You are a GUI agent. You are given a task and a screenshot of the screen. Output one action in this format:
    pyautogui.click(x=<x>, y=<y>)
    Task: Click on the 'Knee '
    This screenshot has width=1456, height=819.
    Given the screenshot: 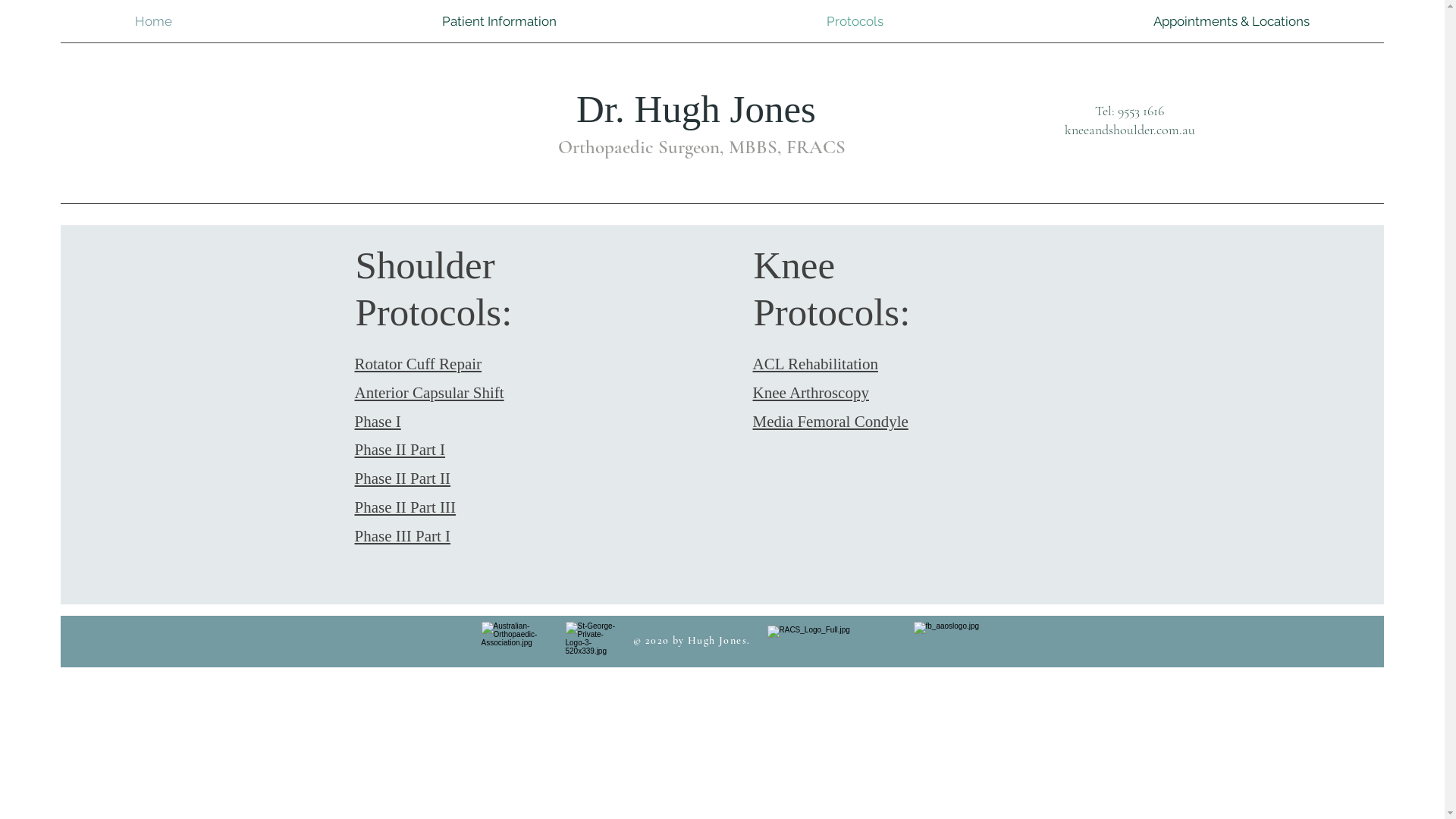 What is the action you would take?
    pyautogui.click(x=799, y=265)
    